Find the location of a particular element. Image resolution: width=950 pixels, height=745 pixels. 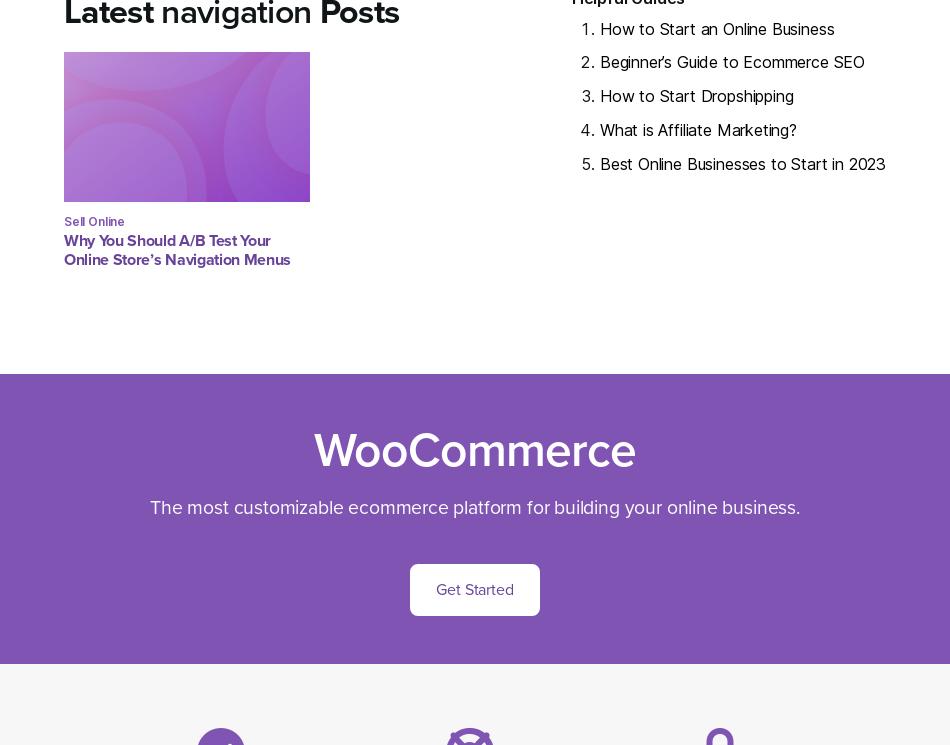

'Why You Should A/B Test Your Online Store’s Navigation Menus' is located at coordinates (177, 249).